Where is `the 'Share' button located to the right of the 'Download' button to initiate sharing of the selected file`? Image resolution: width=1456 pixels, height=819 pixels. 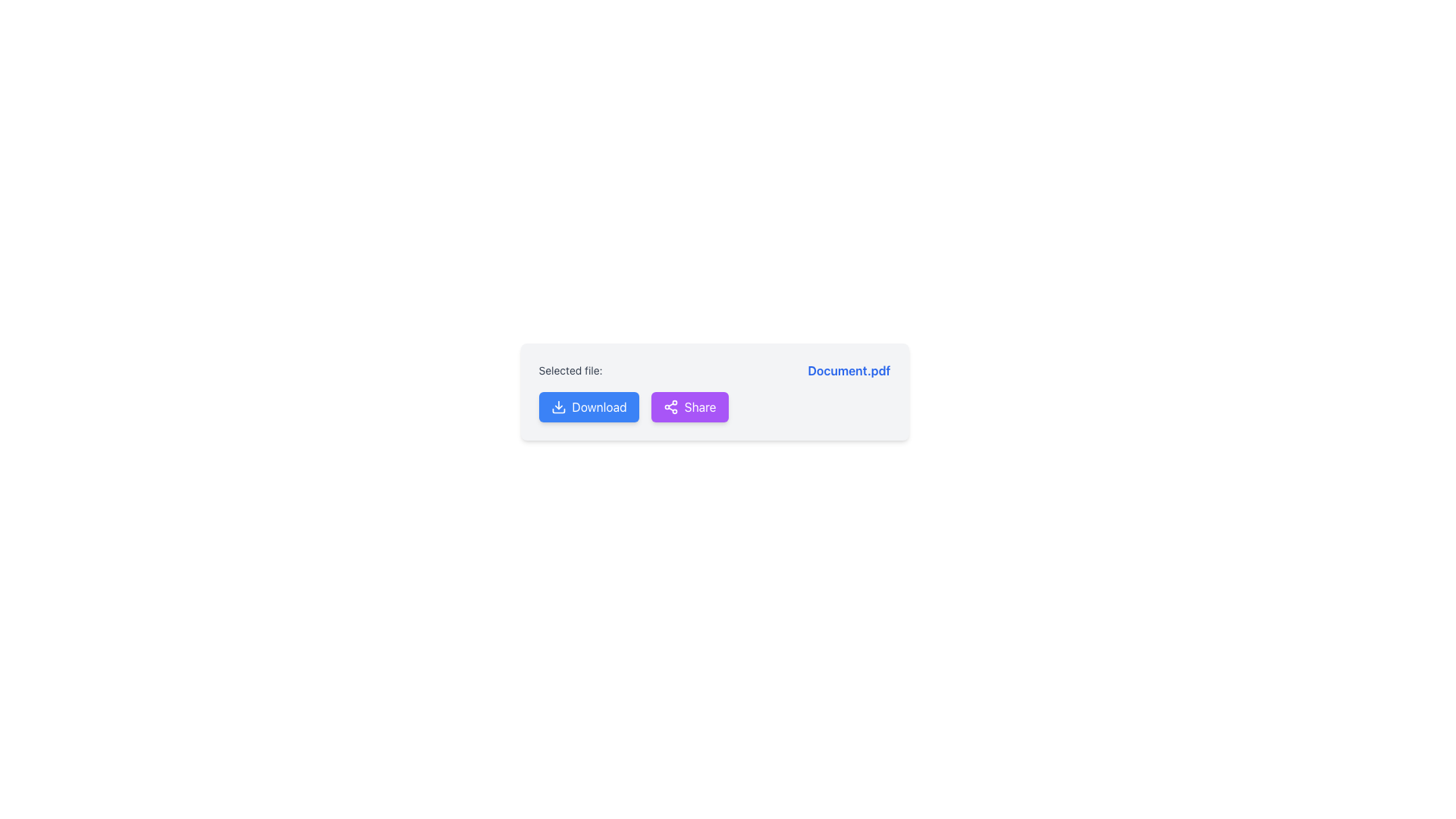 the 'Share' button located to the right of the 'Download' button to initiate sharing of the selected file is located at coordinates (714, 406).